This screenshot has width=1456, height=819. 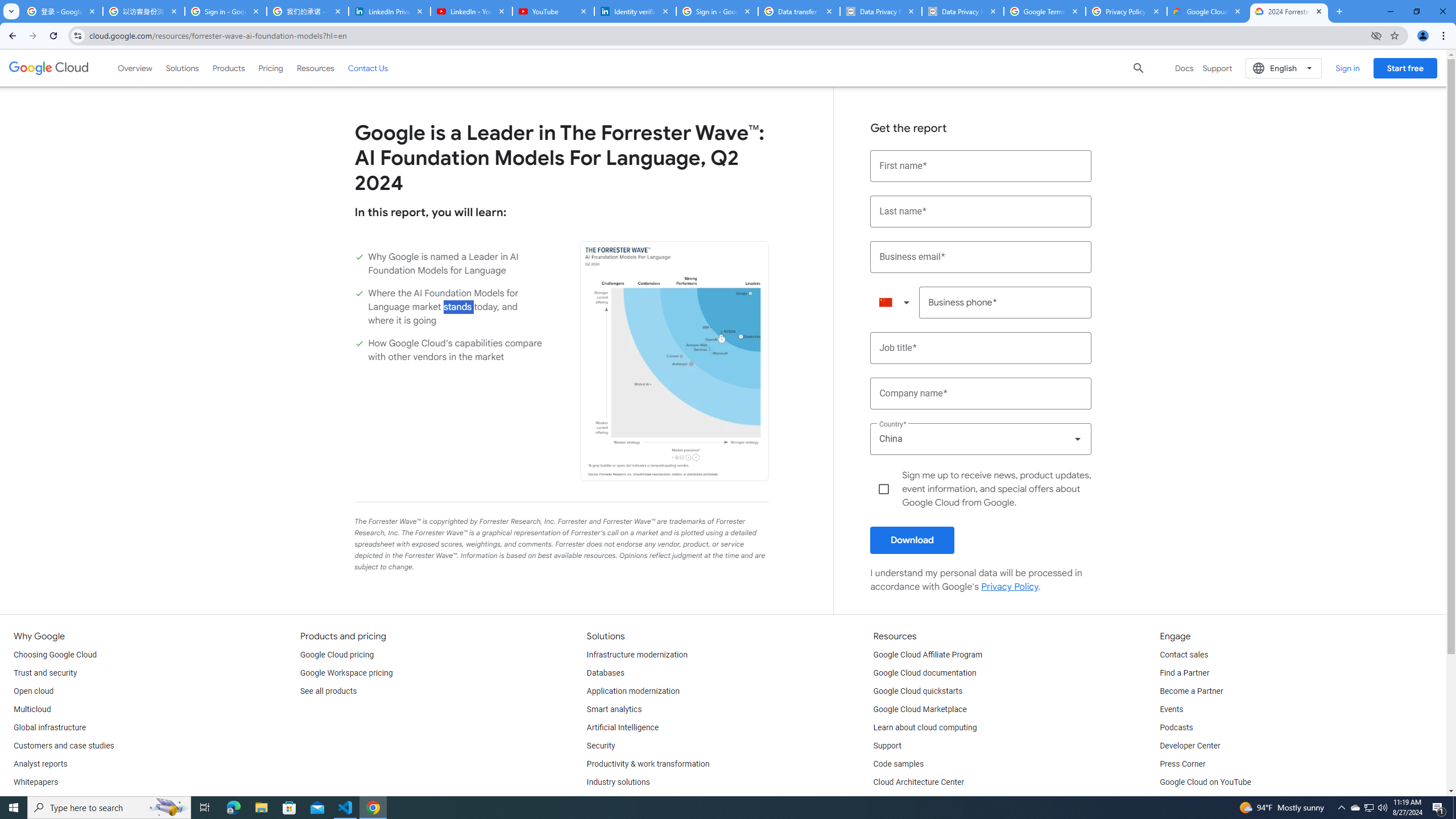 What do you see at coordinates (1215, 801) in the screenshot?
I see `'Google Cloud Tech on YouTube'` at bounding box center [1215, 801].